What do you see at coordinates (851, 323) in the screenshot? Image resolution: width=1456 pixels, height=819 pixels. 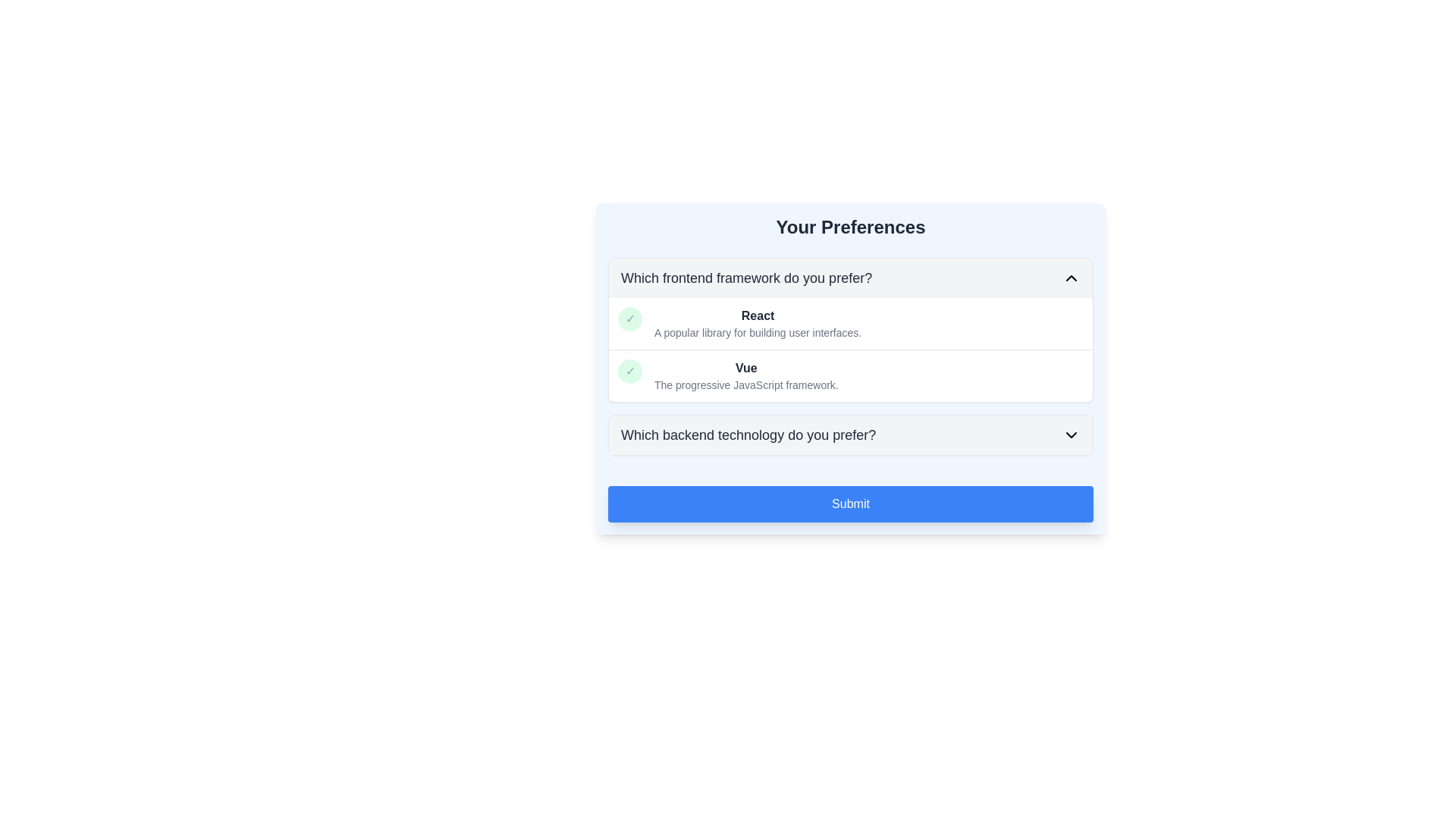 I see `the first selectable list item indicating preference for the React framework under the heading 'Which frontend framework do you prefer?'` at bounding box center [851, 323].